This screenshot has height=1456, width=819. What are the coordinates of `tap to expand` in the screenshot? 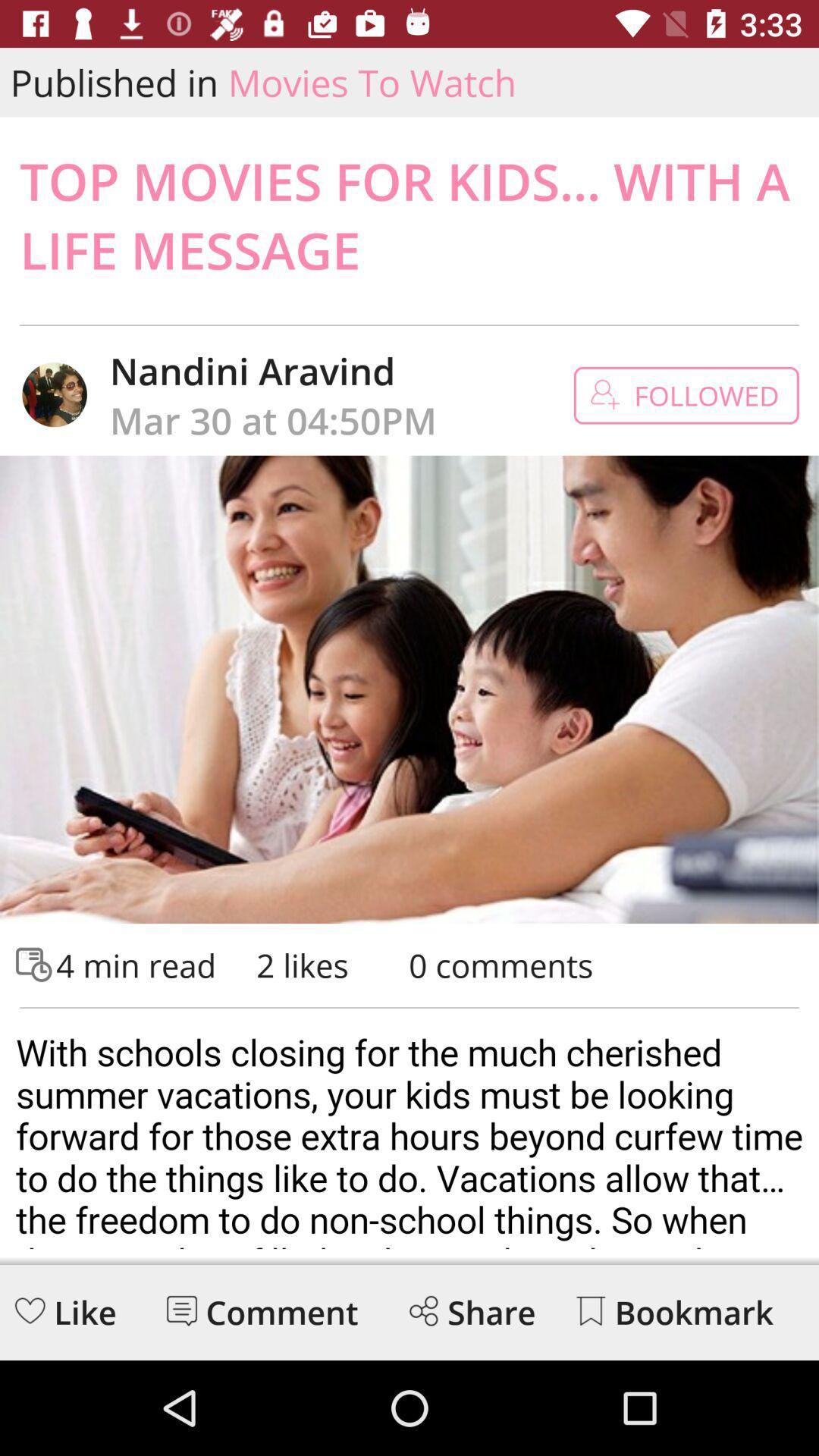 It's located at (409, 1134).